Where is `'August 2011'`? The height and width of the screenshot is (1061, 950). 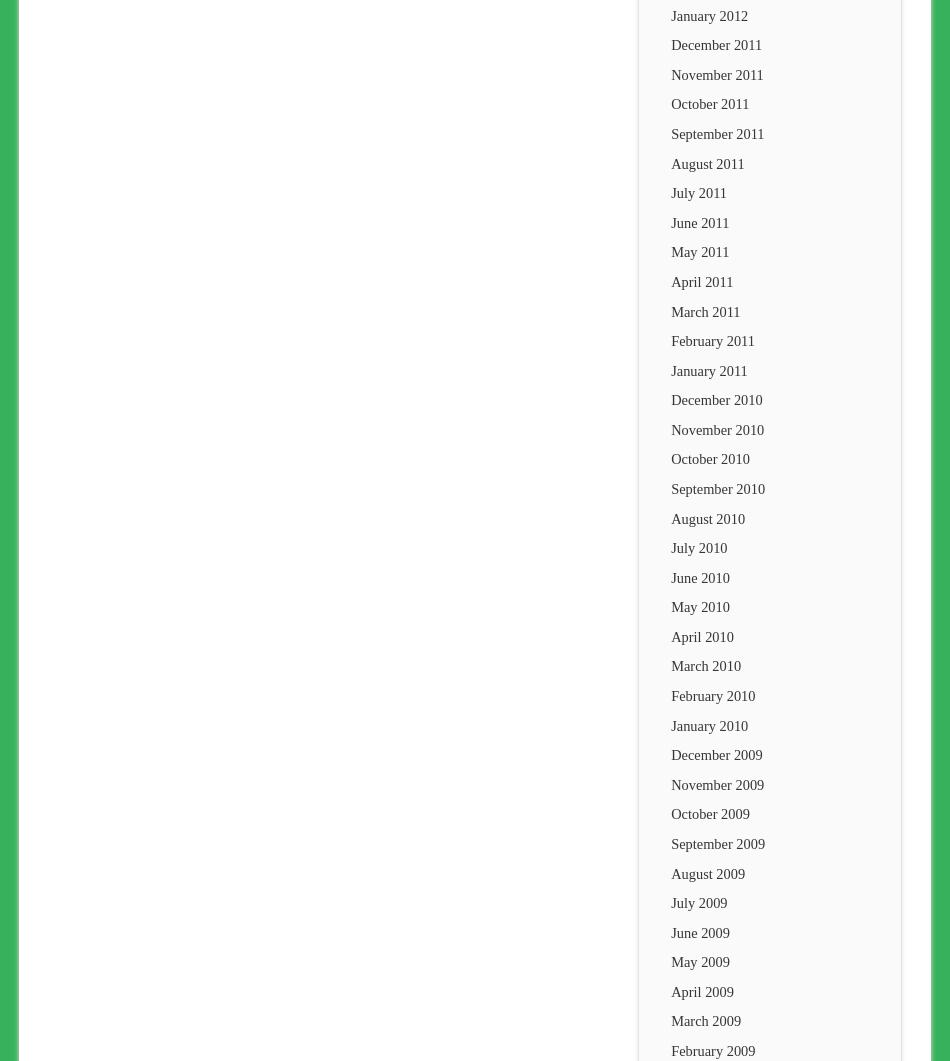
'August 2011' is located at coordinates (707, 162).